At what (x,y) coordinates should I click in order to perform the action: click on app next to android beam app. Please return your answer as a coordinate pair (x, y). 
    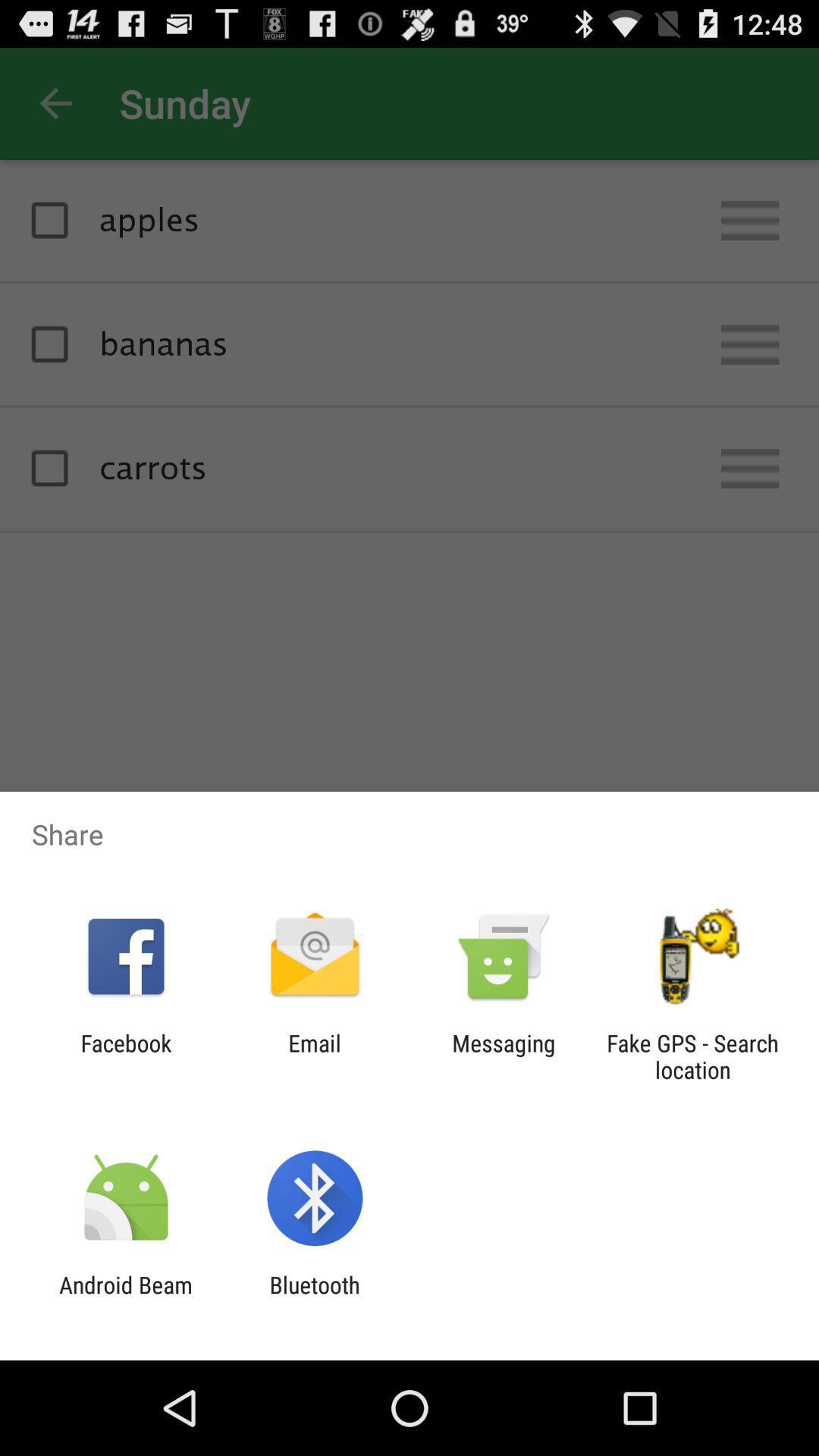
    Looking at the image, I should click on (314, 1298).